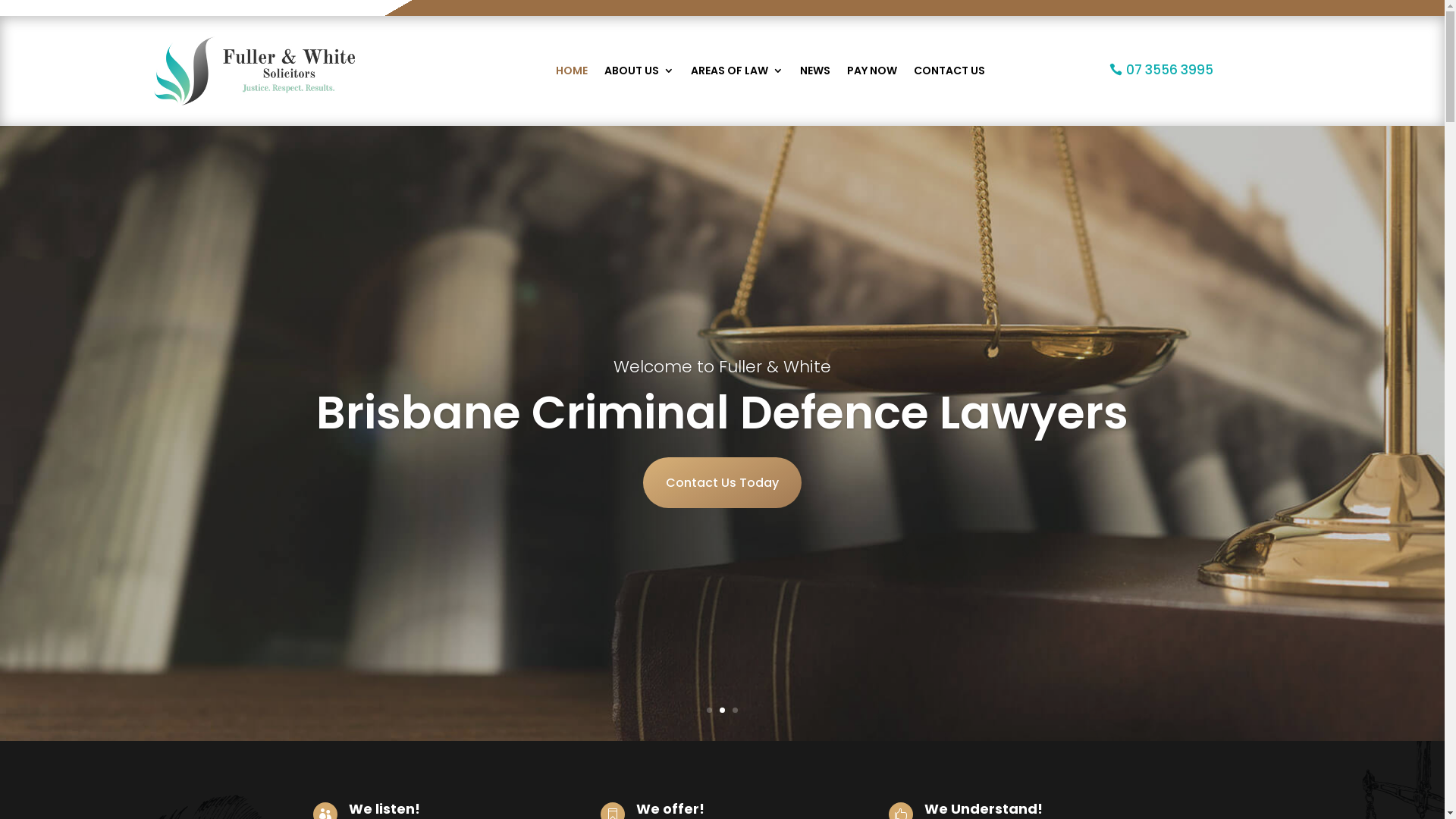 Image resolution: width=1456 pixels, height=819 pixels. Describe the element at coordinates (1160, 70) in the screenshot. I see `'07 3556 3995'` at that location.